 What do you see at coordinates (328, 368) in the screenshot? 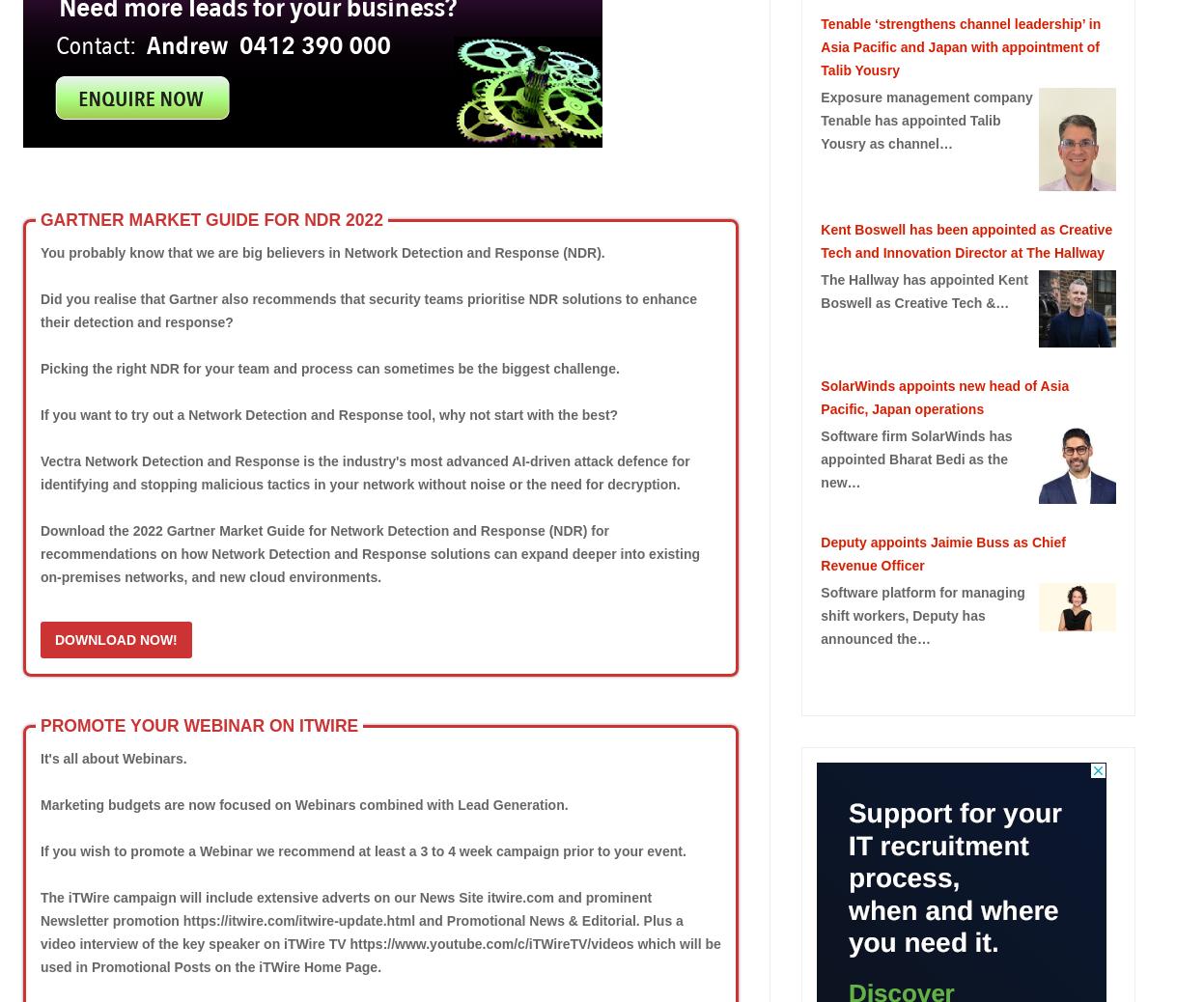
I see `'Picking the right NDR for your team and process can sometimes be the biggest challenge.'` at bounding box center [328, 368].